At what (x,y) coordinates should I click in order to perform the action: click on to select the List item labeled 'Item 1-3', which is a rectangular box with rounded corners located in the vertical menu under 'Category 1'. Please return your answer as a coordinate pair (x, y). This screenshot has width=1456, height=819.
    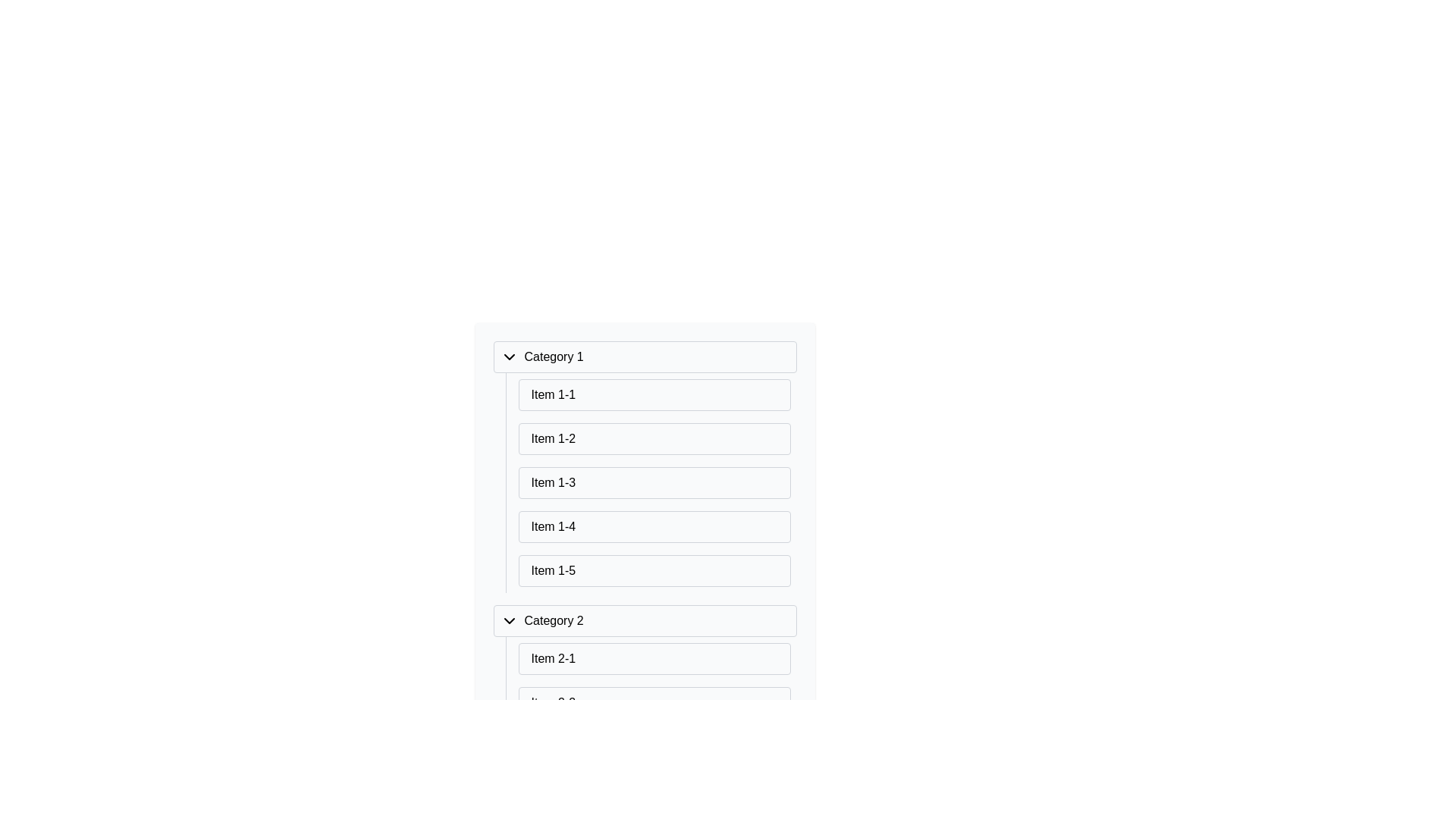
    Looking at the image, I should click on (654, 482).